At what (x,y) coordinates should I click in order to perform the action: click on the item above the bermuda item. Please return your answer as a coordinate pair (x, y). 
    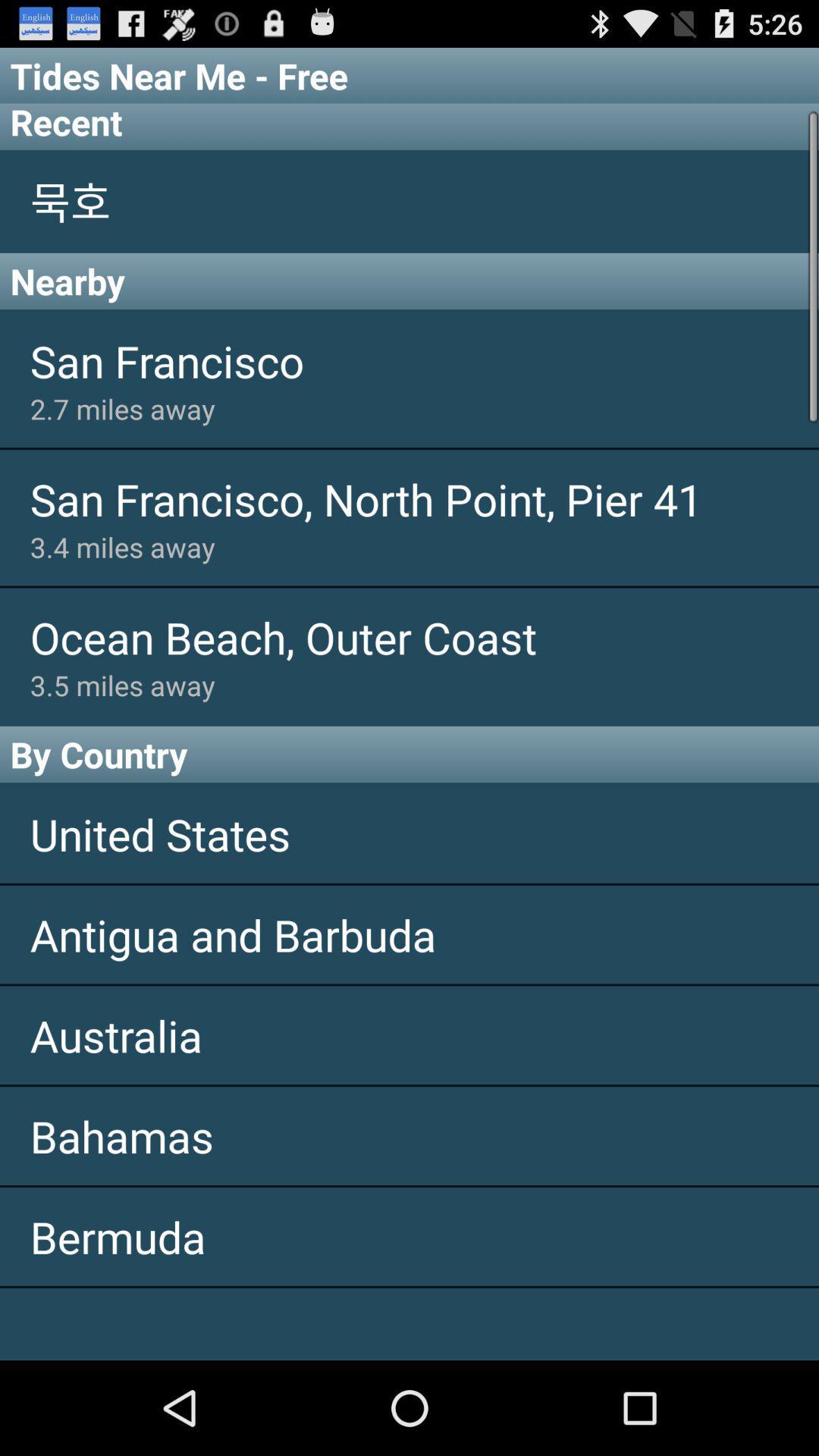
    Looking at the image, I should click on (409, 1136).